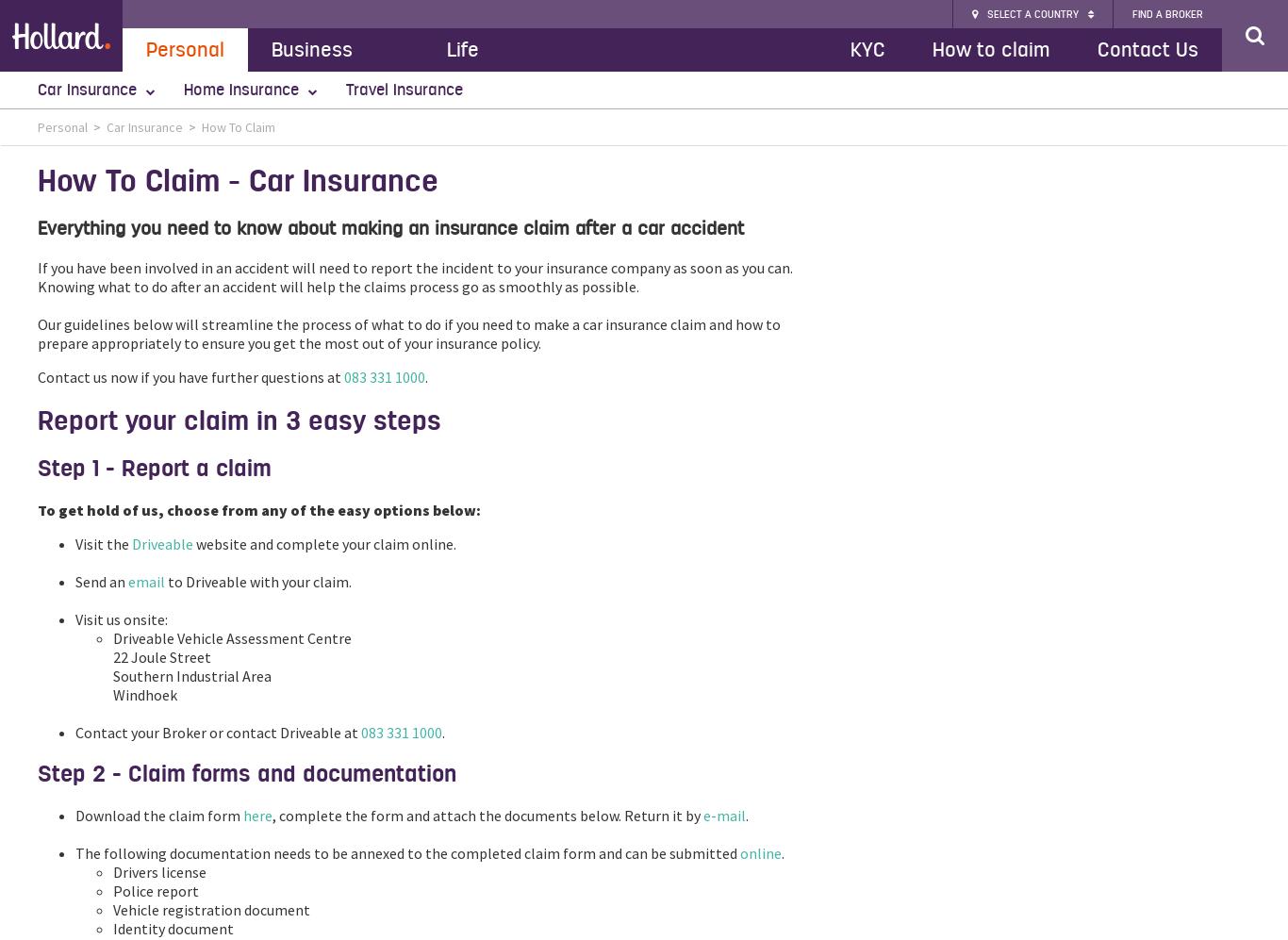 The image size is (1288, 940). I want to click on 'Step 2 - Claim forms and documentation', so click(38, 774).